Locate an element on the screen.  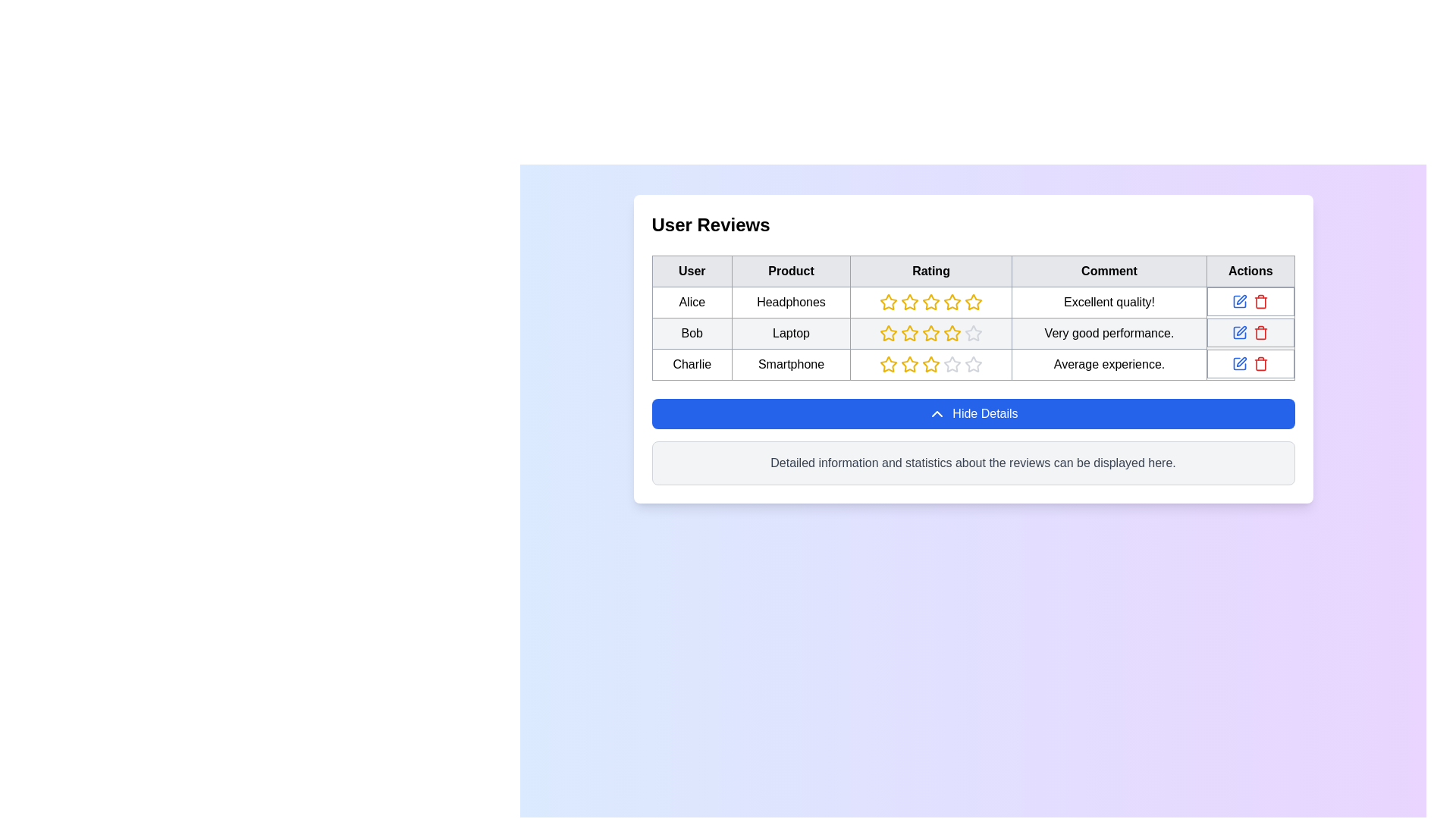
the second star icon in the third row of the rating column in the user reviews table, which is styled with a yellow outline and no fill is located at coordinates (888, 364).